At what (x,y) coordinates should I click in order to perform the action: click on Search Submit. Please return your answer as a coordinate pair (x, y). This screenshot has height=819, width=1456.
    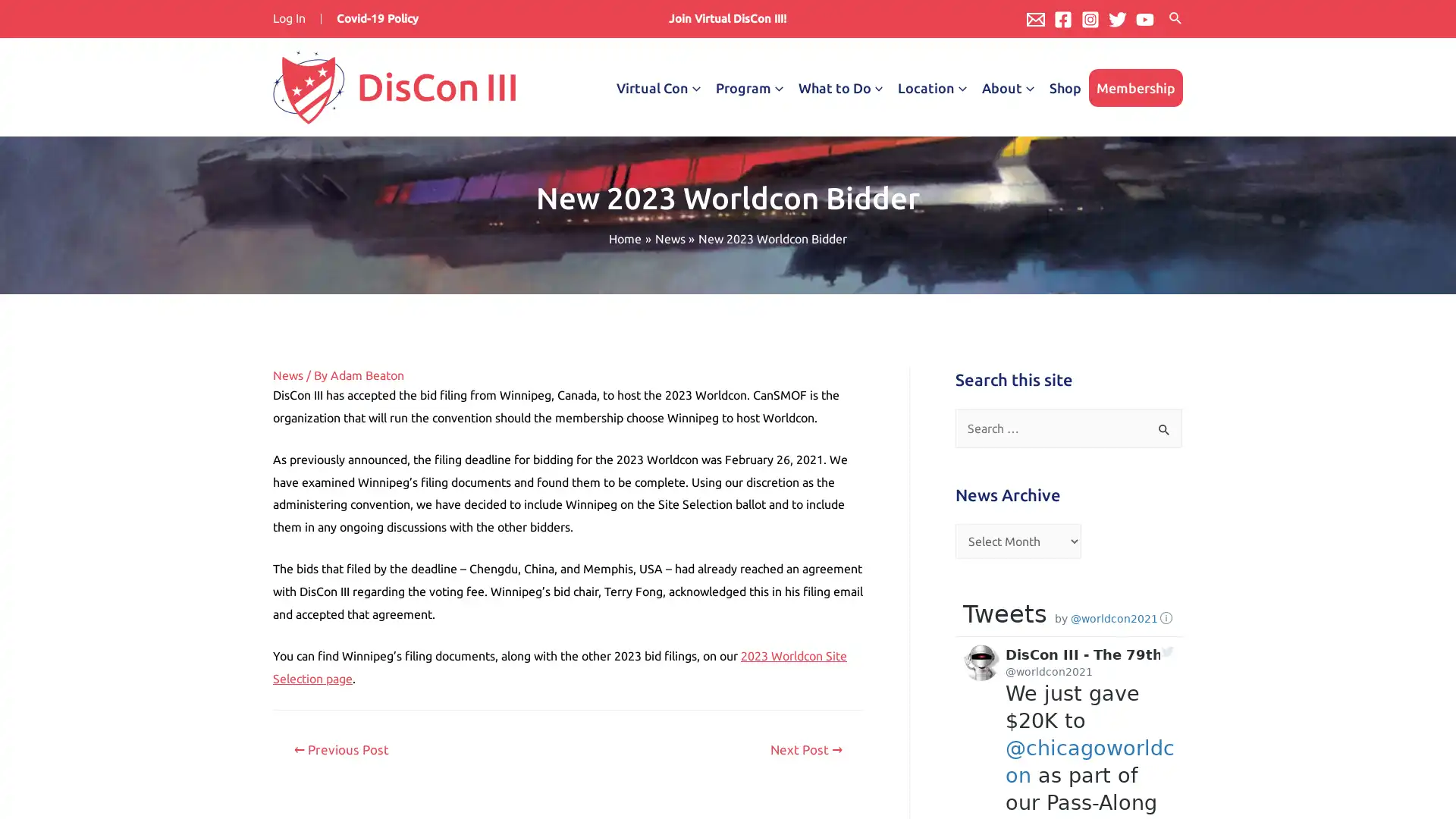
    Looking at the image, I should click on (1163, 428).